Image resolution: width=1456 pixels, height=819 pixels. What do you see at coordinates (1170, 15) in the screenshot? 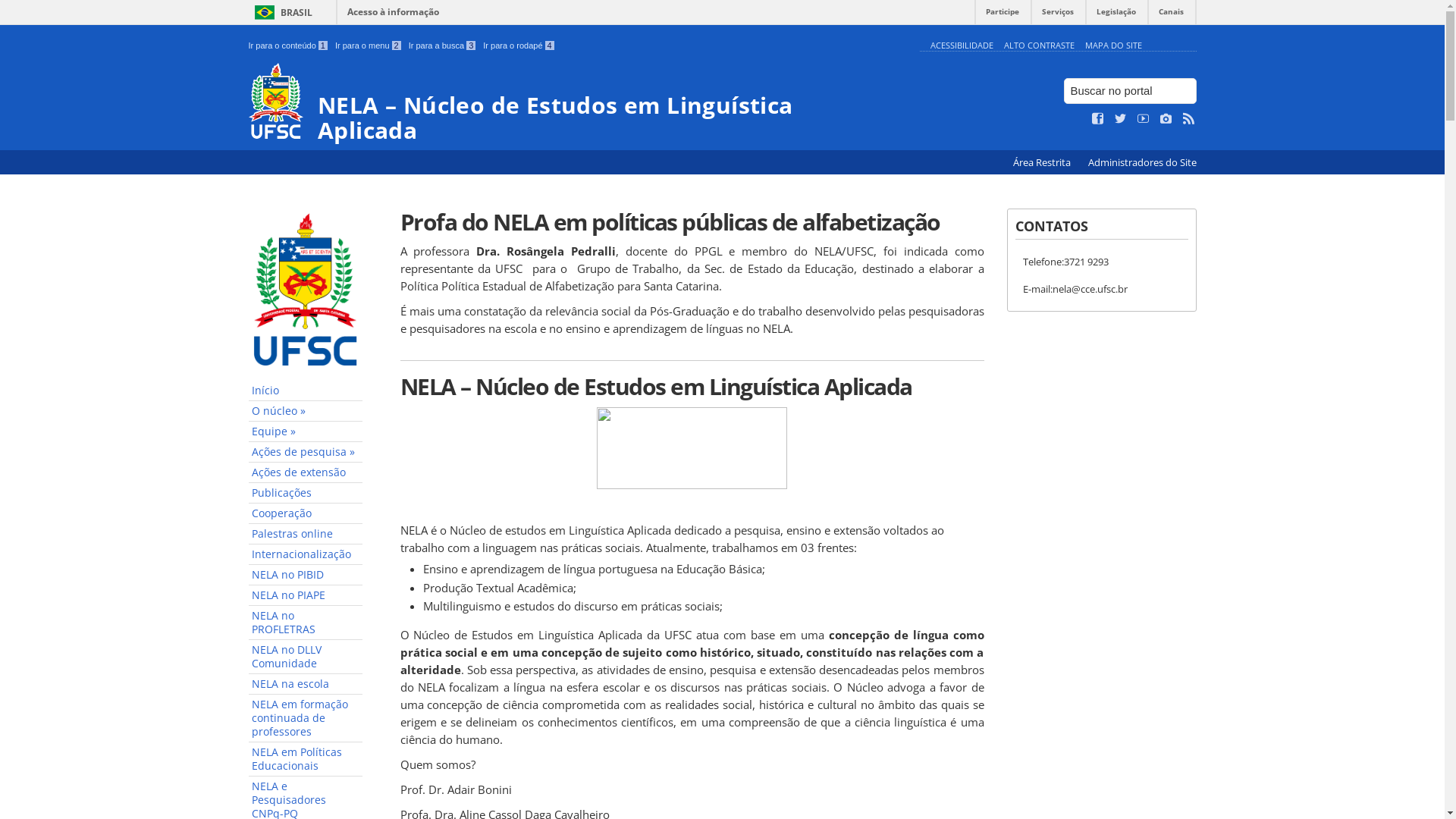
I see `'Canais'` at bounding box center [1170, 15].